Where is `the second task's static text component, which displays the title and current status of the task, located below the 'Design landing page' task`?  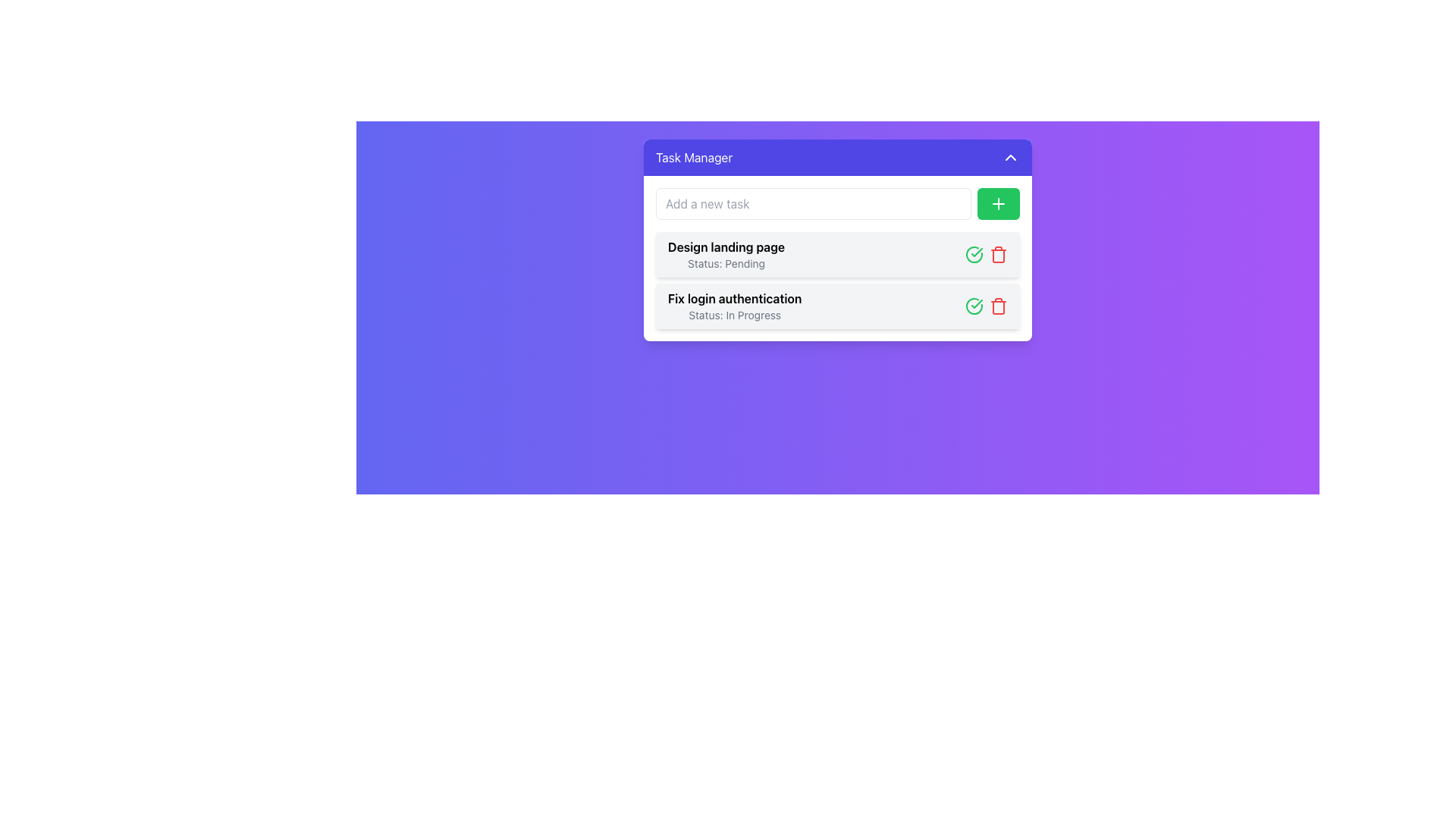 the second task's static text component, which displays the title and current status of the task, located below the 'Design landing page' task is located at coordinates (735, 306).